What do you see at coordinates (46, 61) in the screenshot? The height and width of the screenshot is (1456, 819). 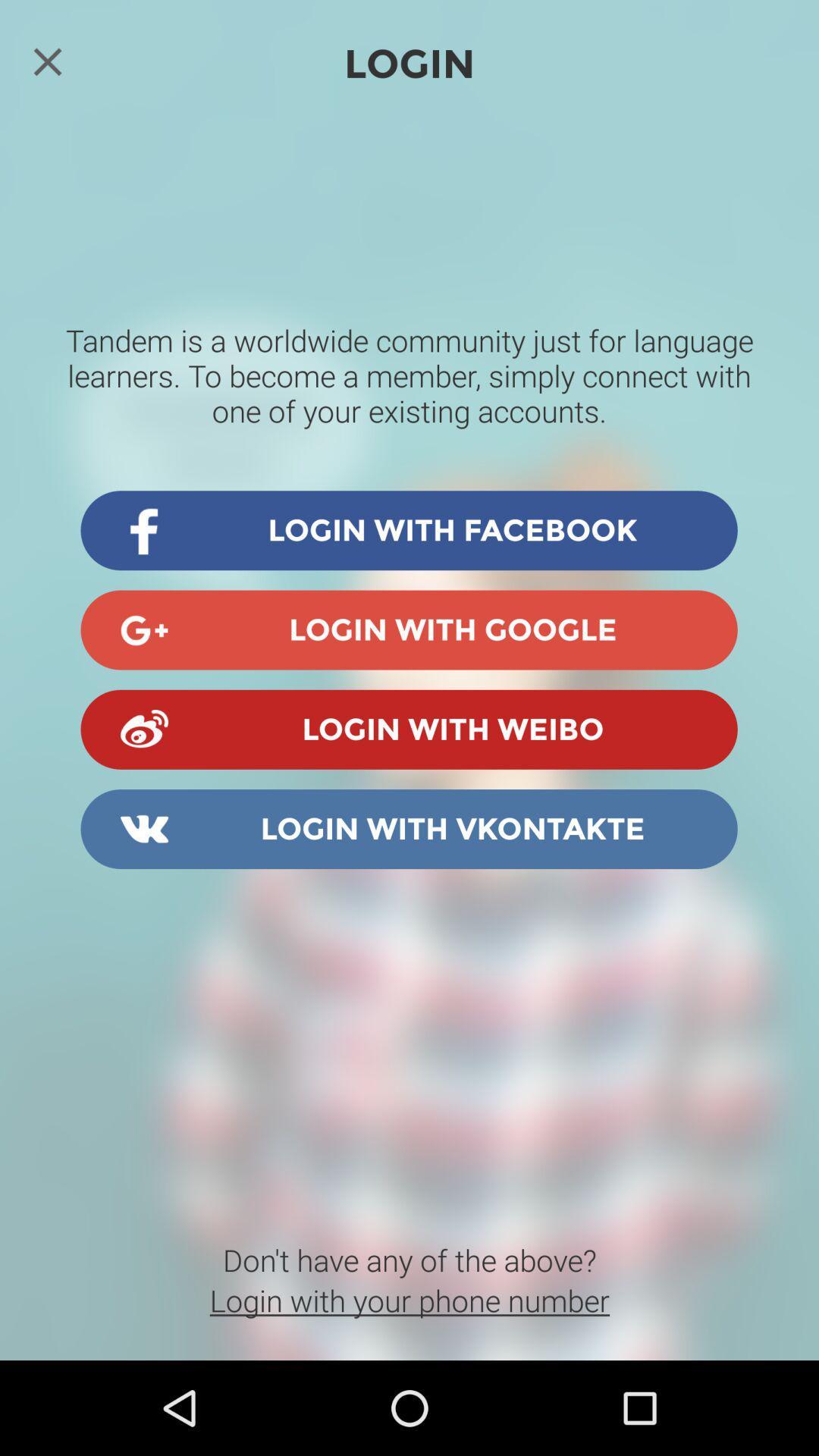 I see `login` at bounding box center [46, 61].